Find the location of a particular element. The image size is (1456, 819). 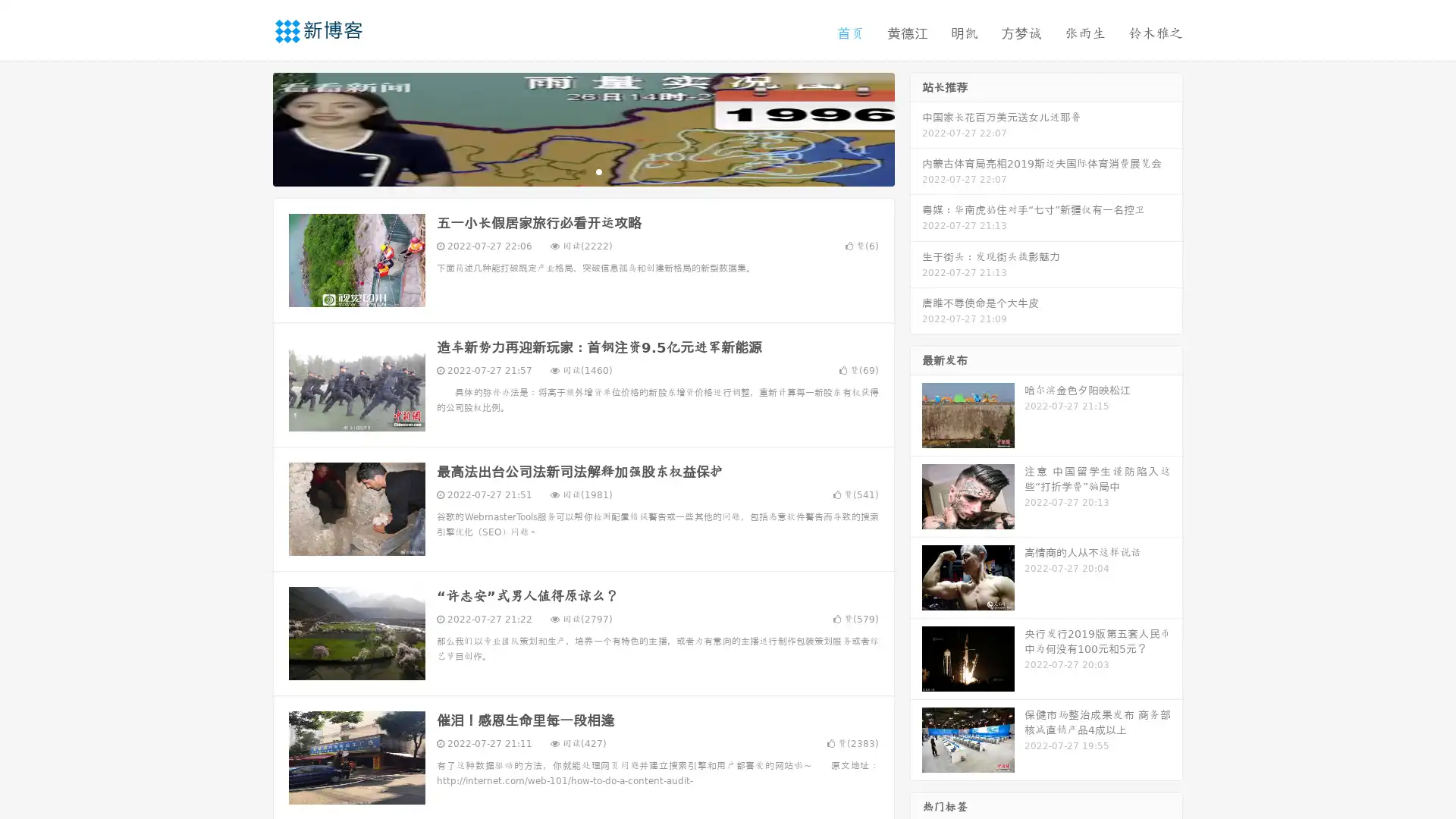

Go to slide 2 is located at coordinates (582, 171).